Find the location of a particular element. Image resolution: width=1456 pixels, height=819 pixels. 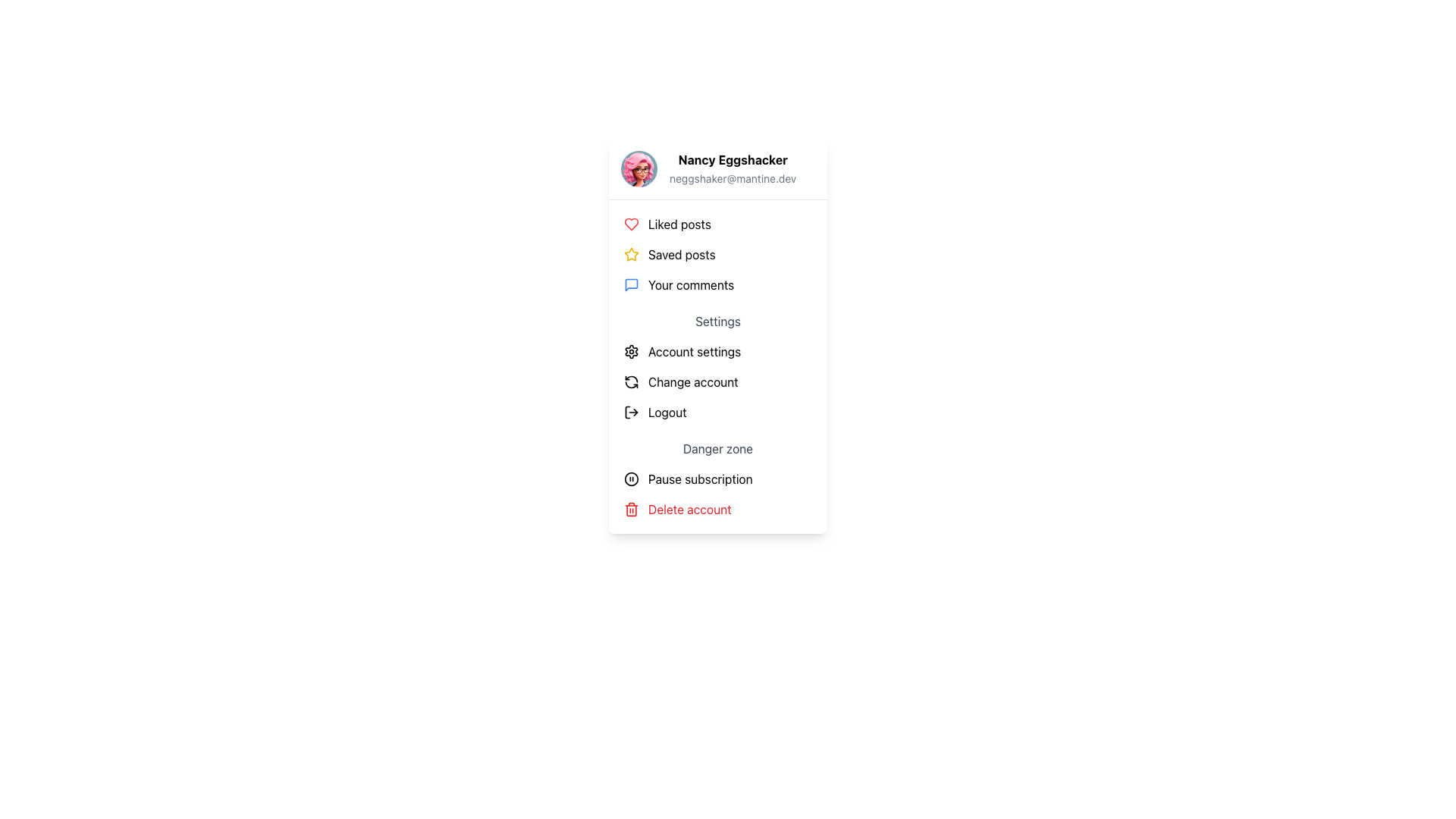

the refresh icon located to the left of the 'Change account' text is located at coordinates (632, 381).